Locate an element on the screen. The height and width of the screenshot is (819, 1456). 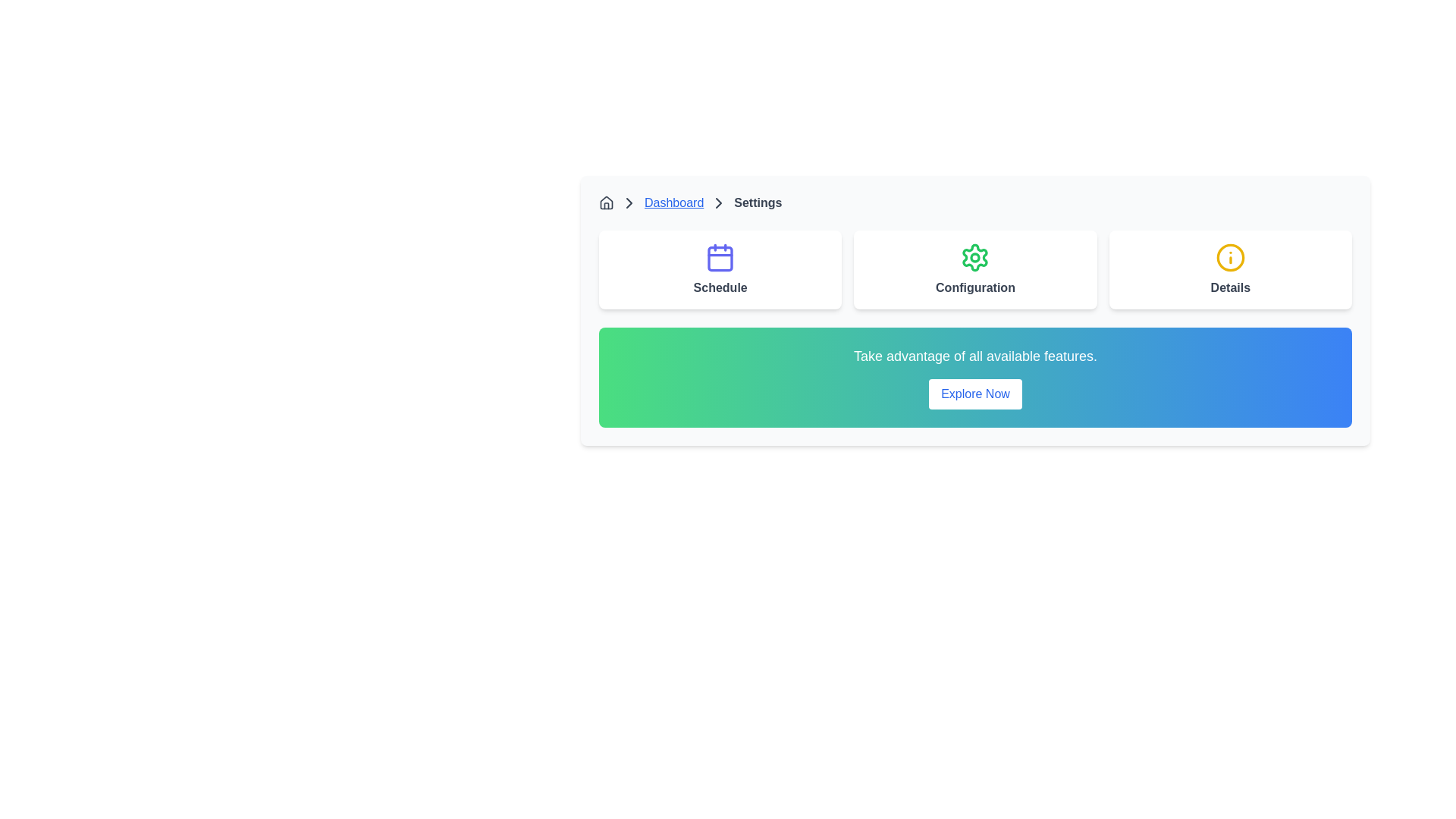
the green cogwheel icon within the 'Configuration' button is located at coordinates (975, 256).